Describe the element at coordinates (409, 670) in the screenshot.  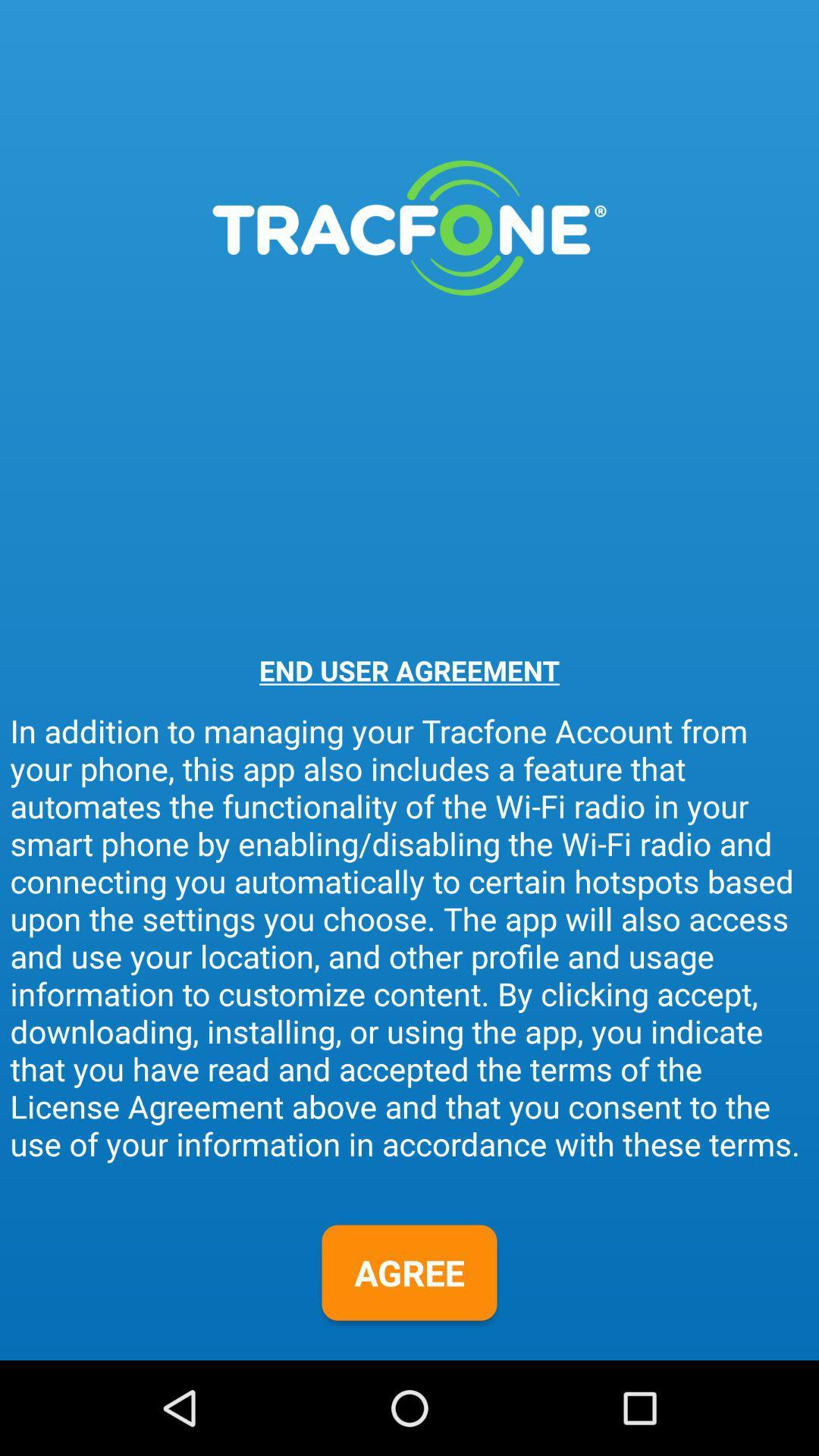
I see `the end user agreement item` at that location.